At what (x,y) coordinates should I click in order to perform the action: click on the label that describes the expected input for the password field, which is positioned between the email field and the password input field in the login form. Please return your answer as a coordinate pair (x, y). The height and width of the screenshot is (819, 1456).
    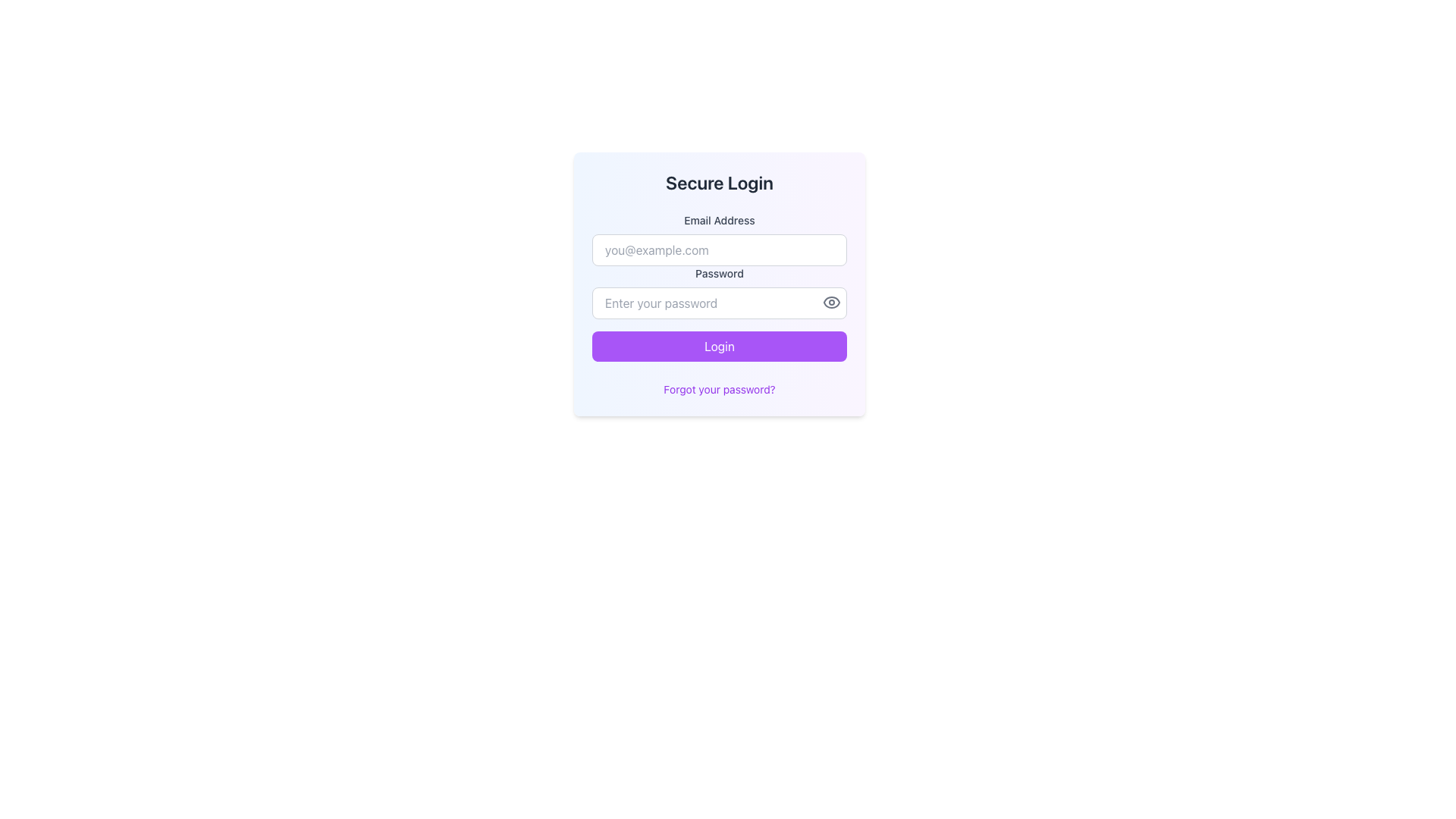
    Looking at the image, I should click on (719, 274).